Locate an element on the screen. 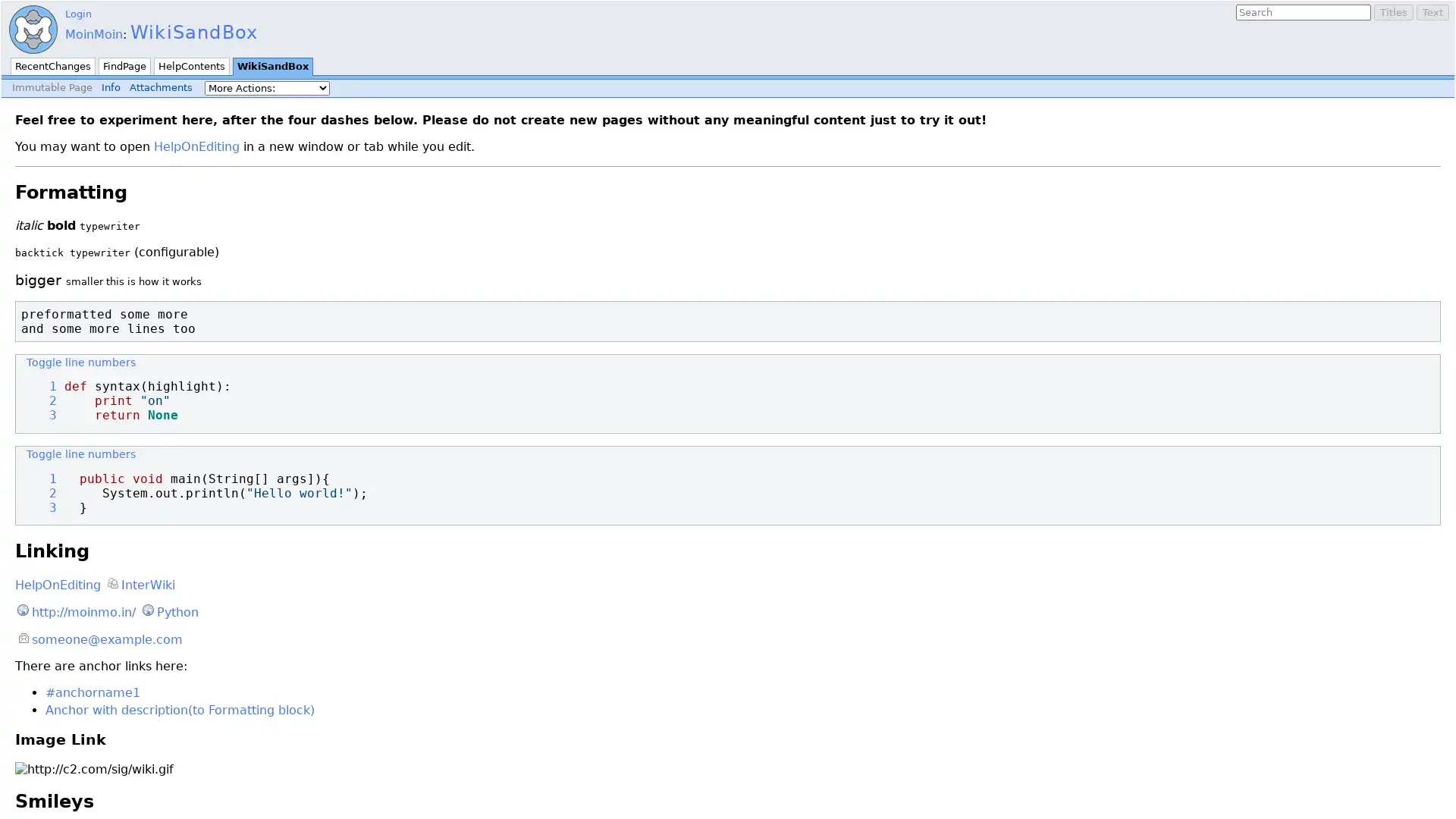 This screenshot has height=819, width=1456. Text is located at coordinates (1432, 12).